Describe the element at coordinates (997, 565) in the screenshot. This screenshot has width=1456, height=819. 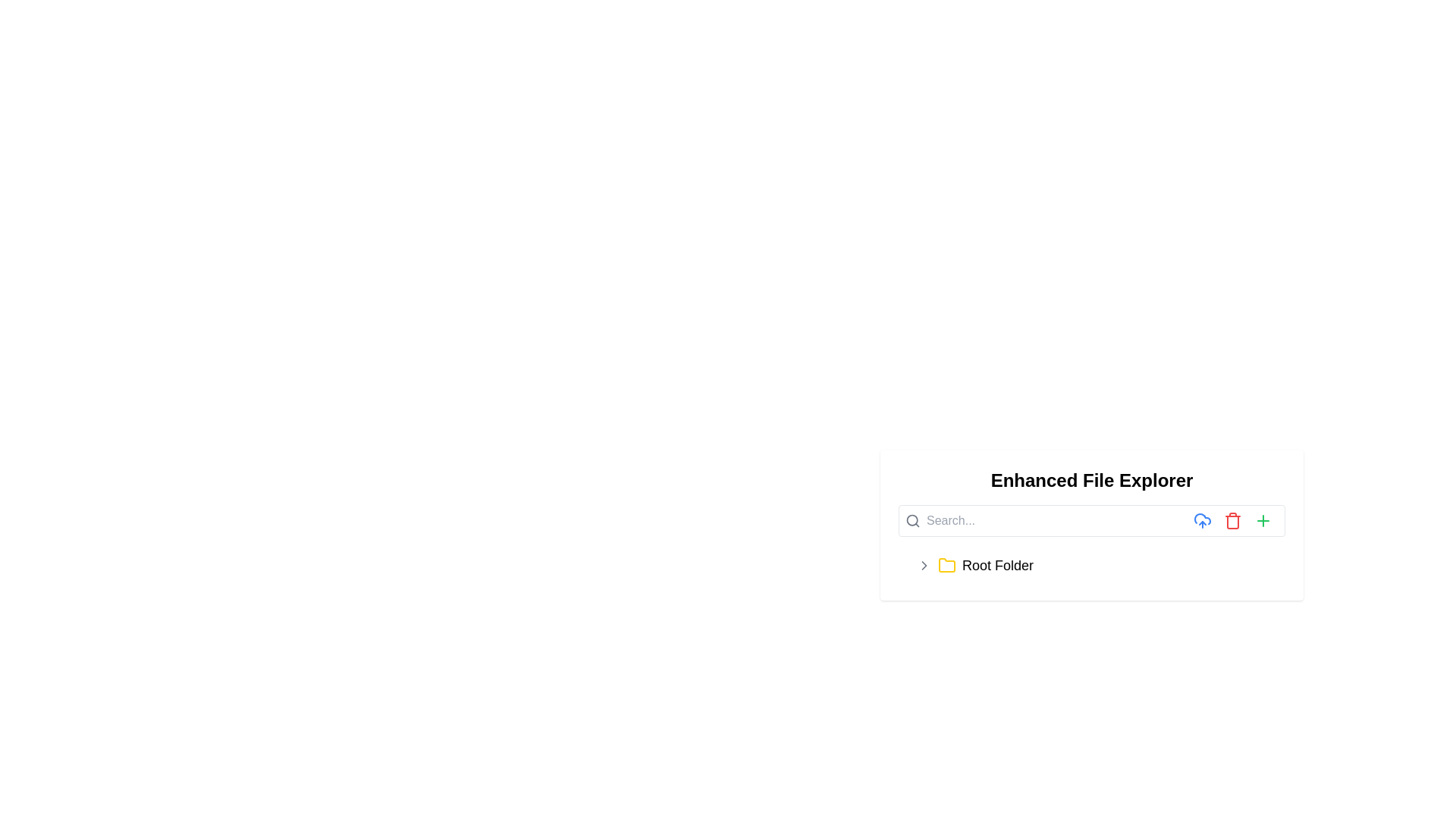
I see `the 'Root Folder' text label which is displayed in a medium-sized, bold font and positioned below the search bar, to the right of the yellow folder icon` at that location.